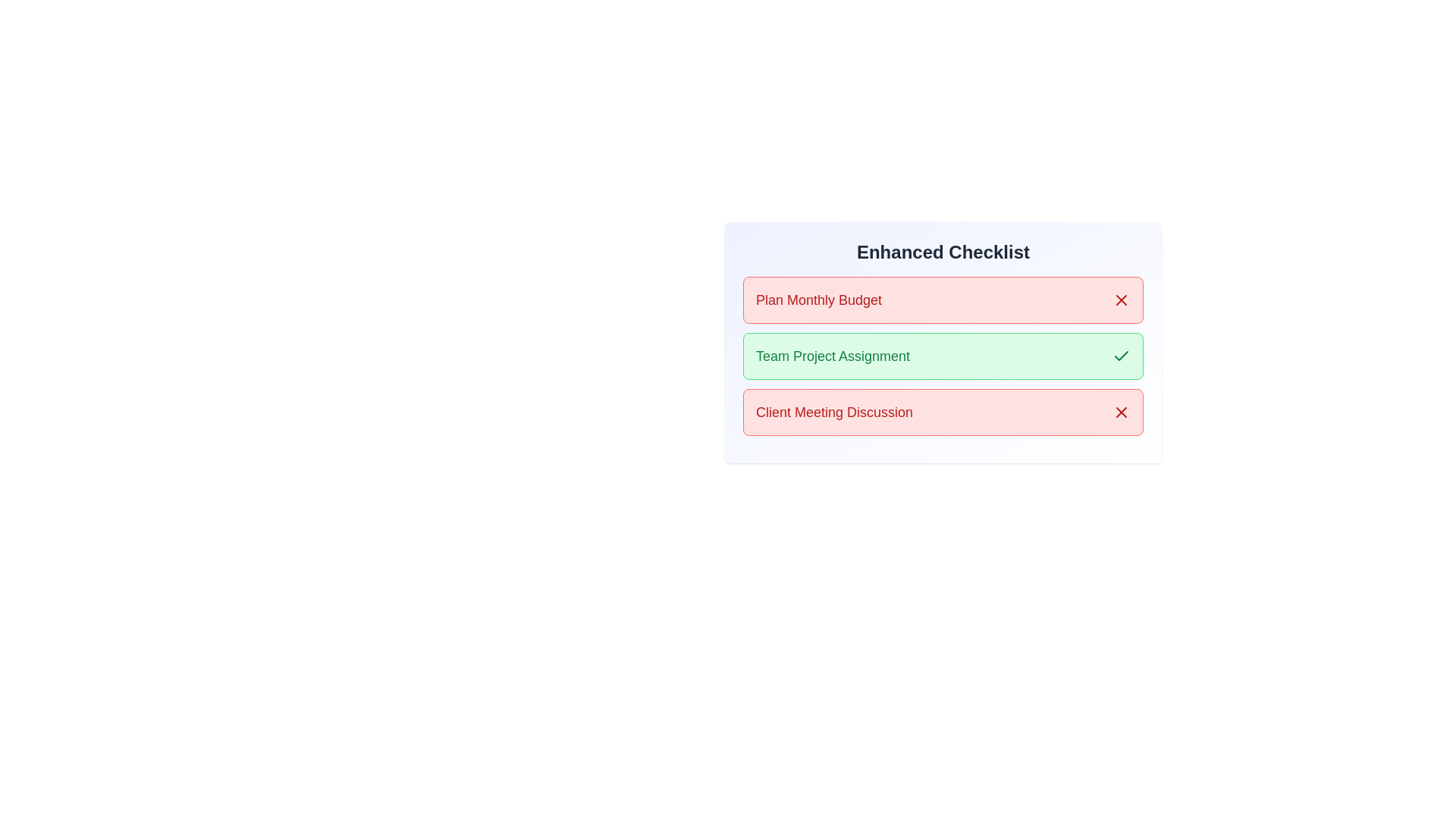  What do you see at coordinates (833, 412) in the screenshot?
I see `the text label displaying 'Client Meeting Discussion', which is styled with a red font and is the third entry in the checklist interface` at bounding box center [833, 412].